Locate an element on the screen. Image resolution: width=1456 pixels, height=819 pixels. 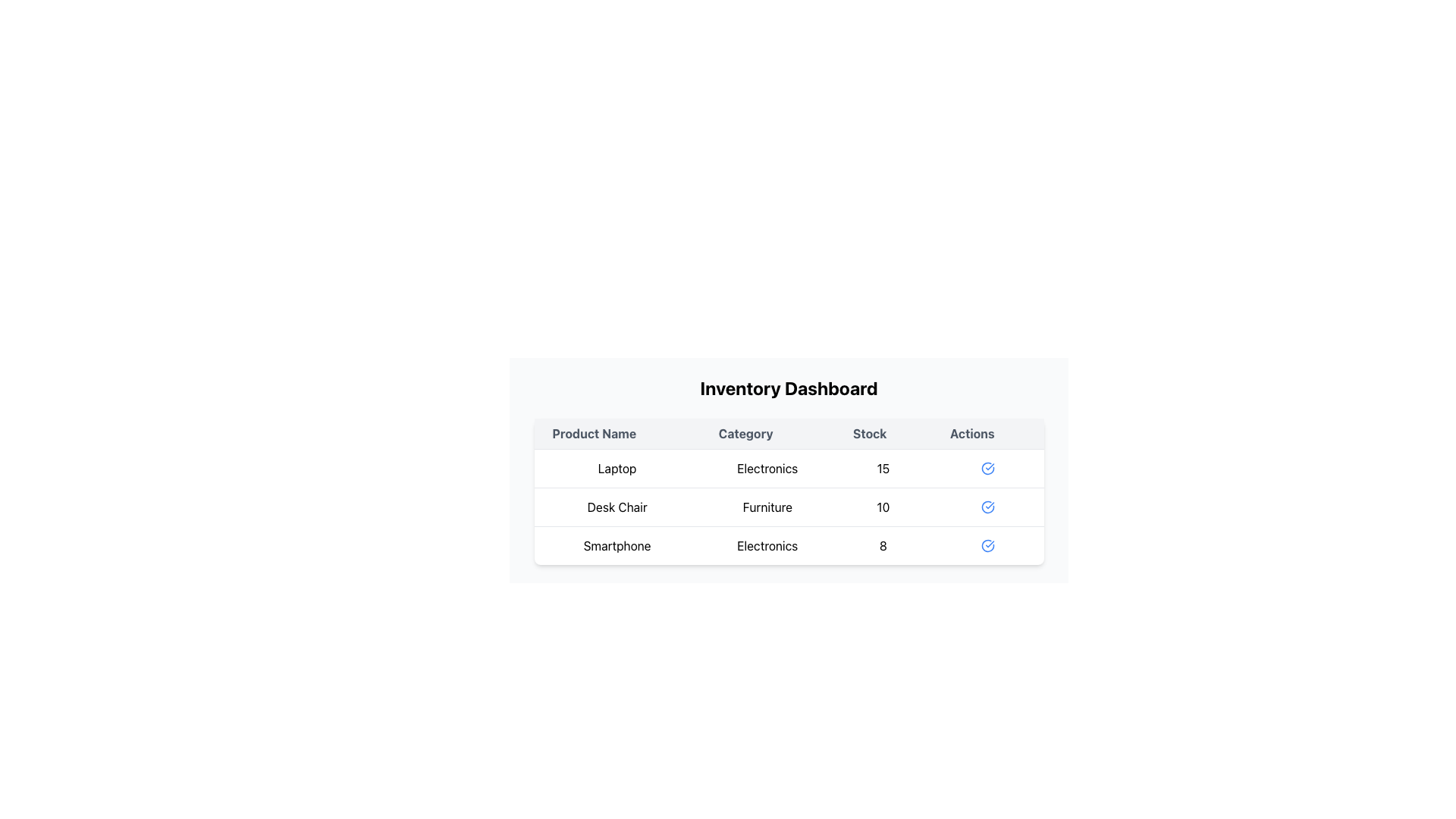
the first row of the inventory table which displays detailed information about the 'Laptop' item is located at coordinates (789, 467).